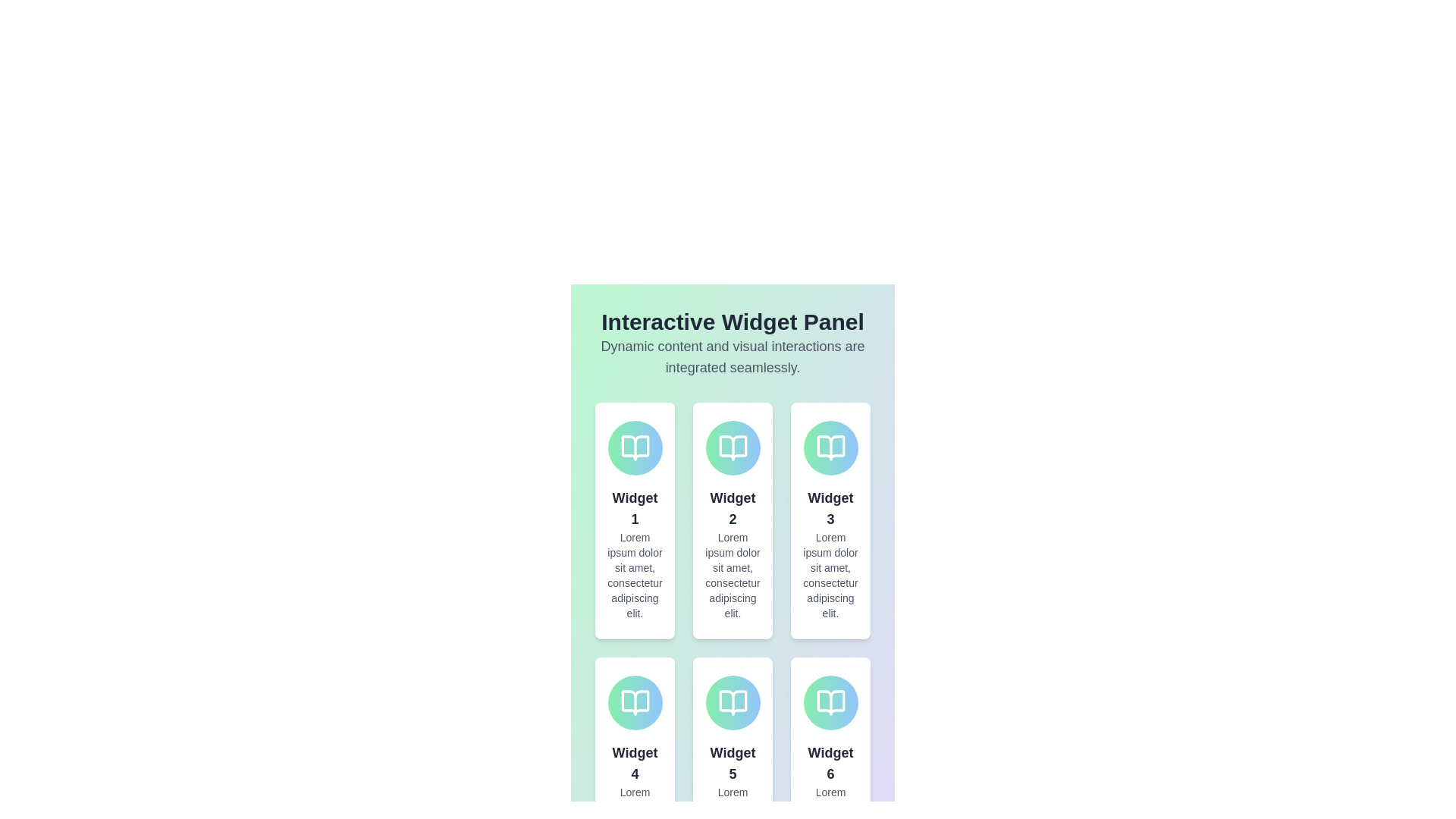 The height and width of the screenshot is (819, 1456). What do you see at coordinates (733, 519) in the screenshot?
I see `to select the second card-like informational widget labeled 'Widget 2', which has a gradient-filled circle with a book icon at the top and is located in the first row of a 3-column layout` at bounding box center [733, 519].